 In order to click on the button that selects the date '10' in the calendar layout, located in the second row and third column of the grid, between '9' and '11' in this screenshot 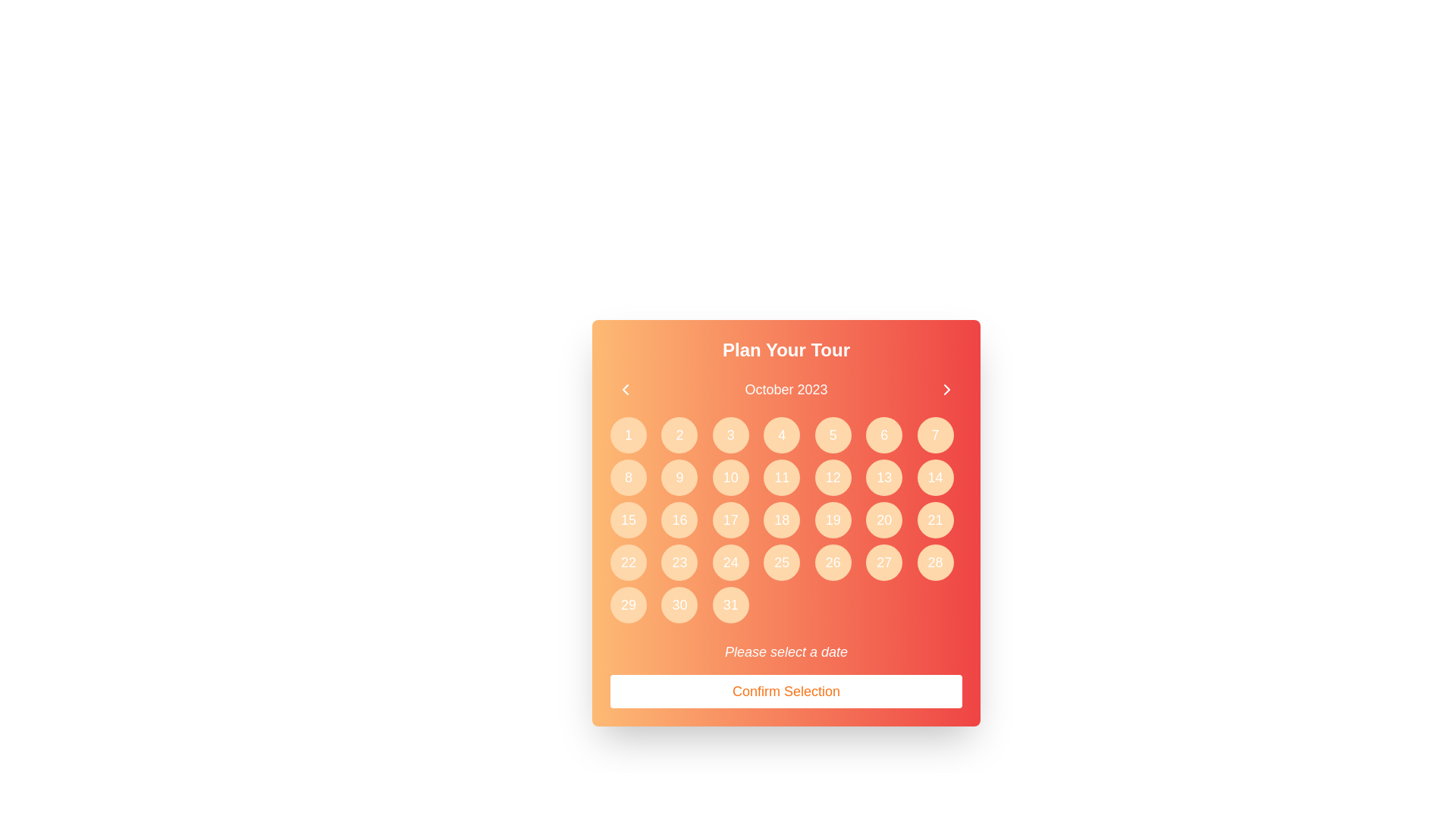, I will do `click(730, 476)`.